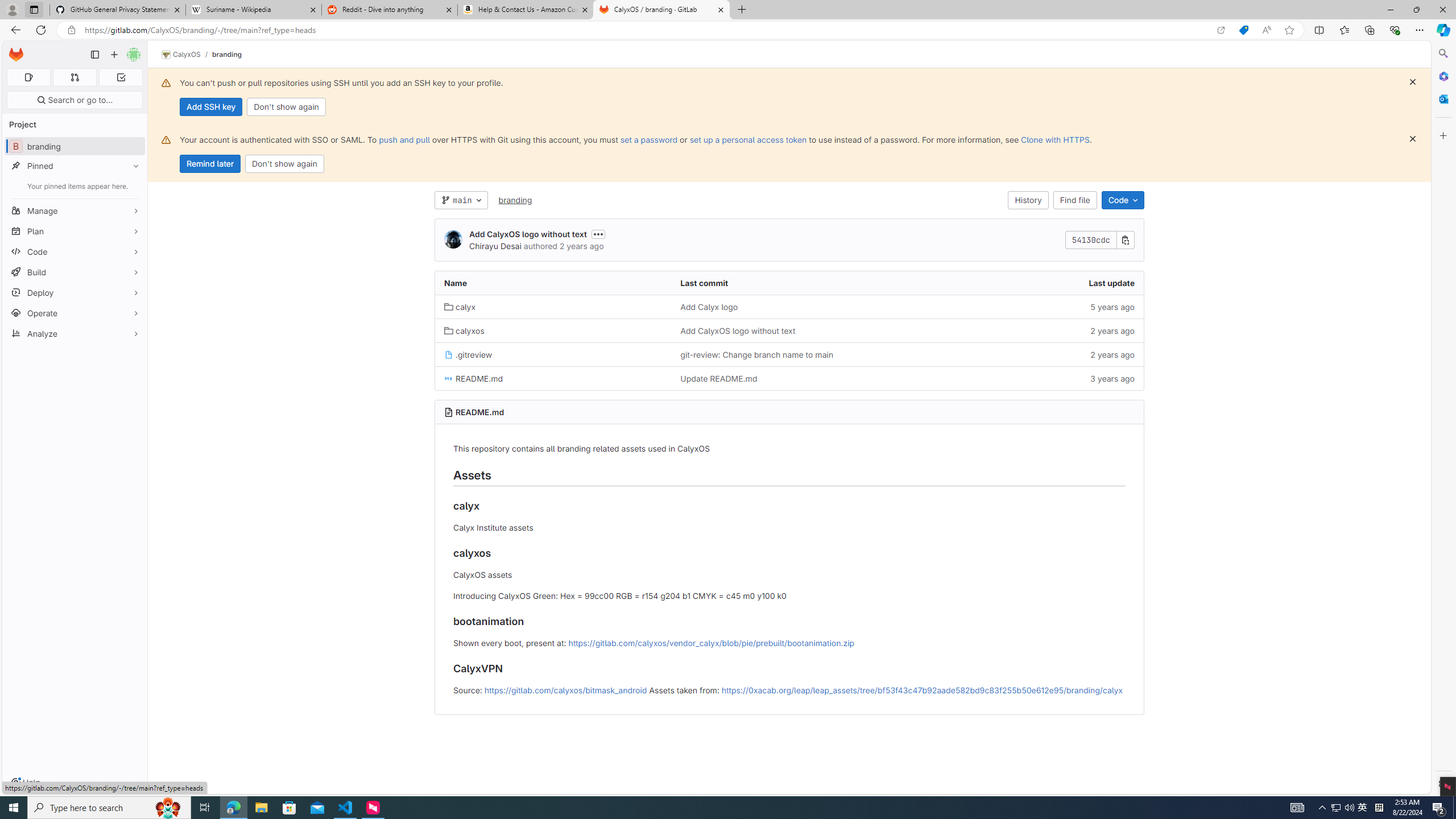 The image size is (1456, 819). I want to click on 'CalyxOS/', so click(186, 54).